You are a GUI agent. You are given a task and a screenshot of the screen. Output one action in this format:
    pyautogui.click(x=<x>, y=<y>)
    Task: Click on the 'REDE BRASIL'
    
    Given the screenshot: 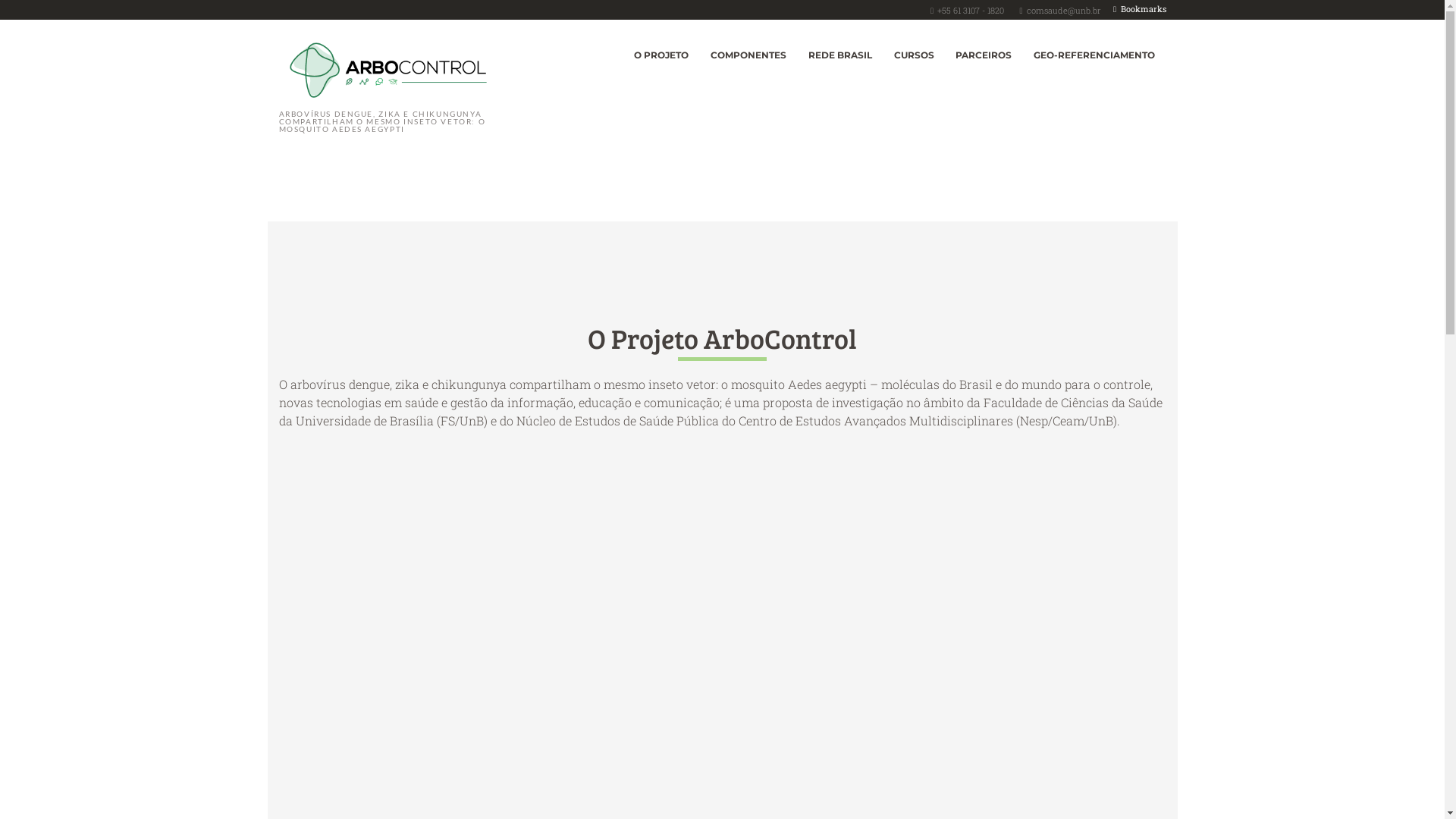 What is the action you would take?
    pyautogui.click(x=796, y=55)
    